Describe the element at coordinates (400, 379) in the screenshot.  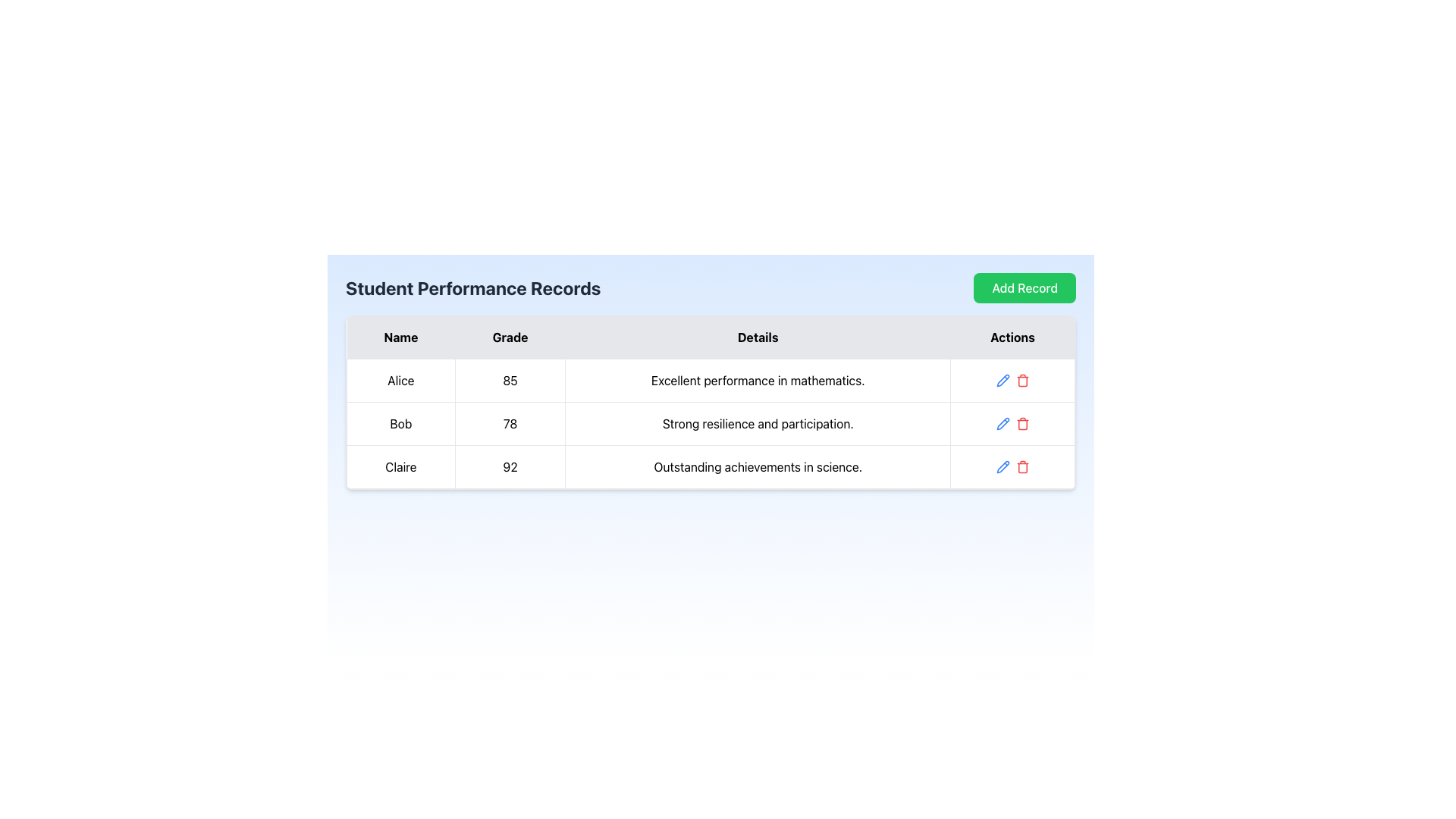
I see `the text label displaying 'Alice' located in the 'Name' column of the table` at that location.